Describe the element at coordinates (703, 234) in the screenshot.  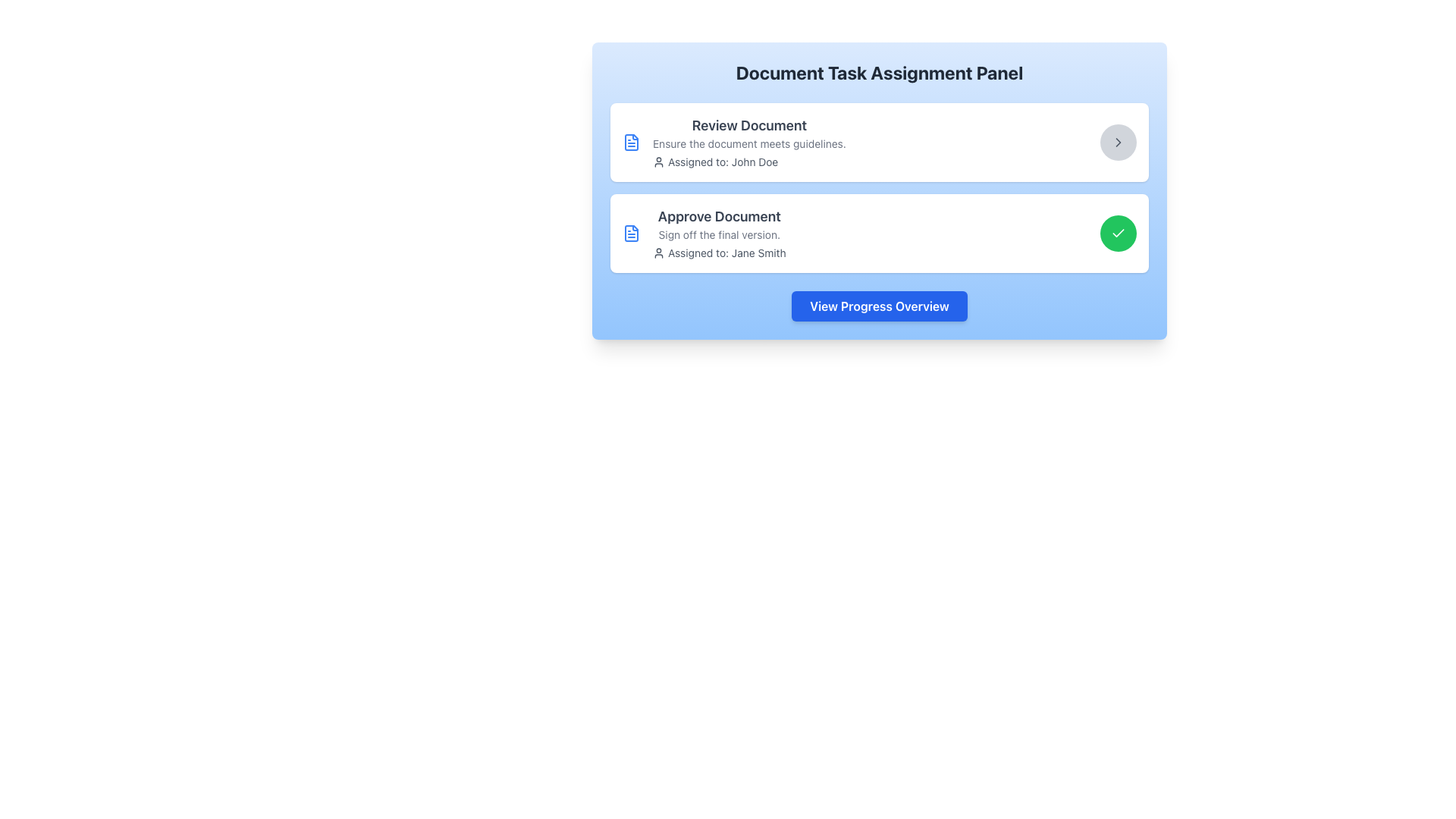
I see `information contained in the informational text block with icon that displays details about a document approval task, located below the 'Review Document' task and above the 'View Progress Overview' button` at that location.